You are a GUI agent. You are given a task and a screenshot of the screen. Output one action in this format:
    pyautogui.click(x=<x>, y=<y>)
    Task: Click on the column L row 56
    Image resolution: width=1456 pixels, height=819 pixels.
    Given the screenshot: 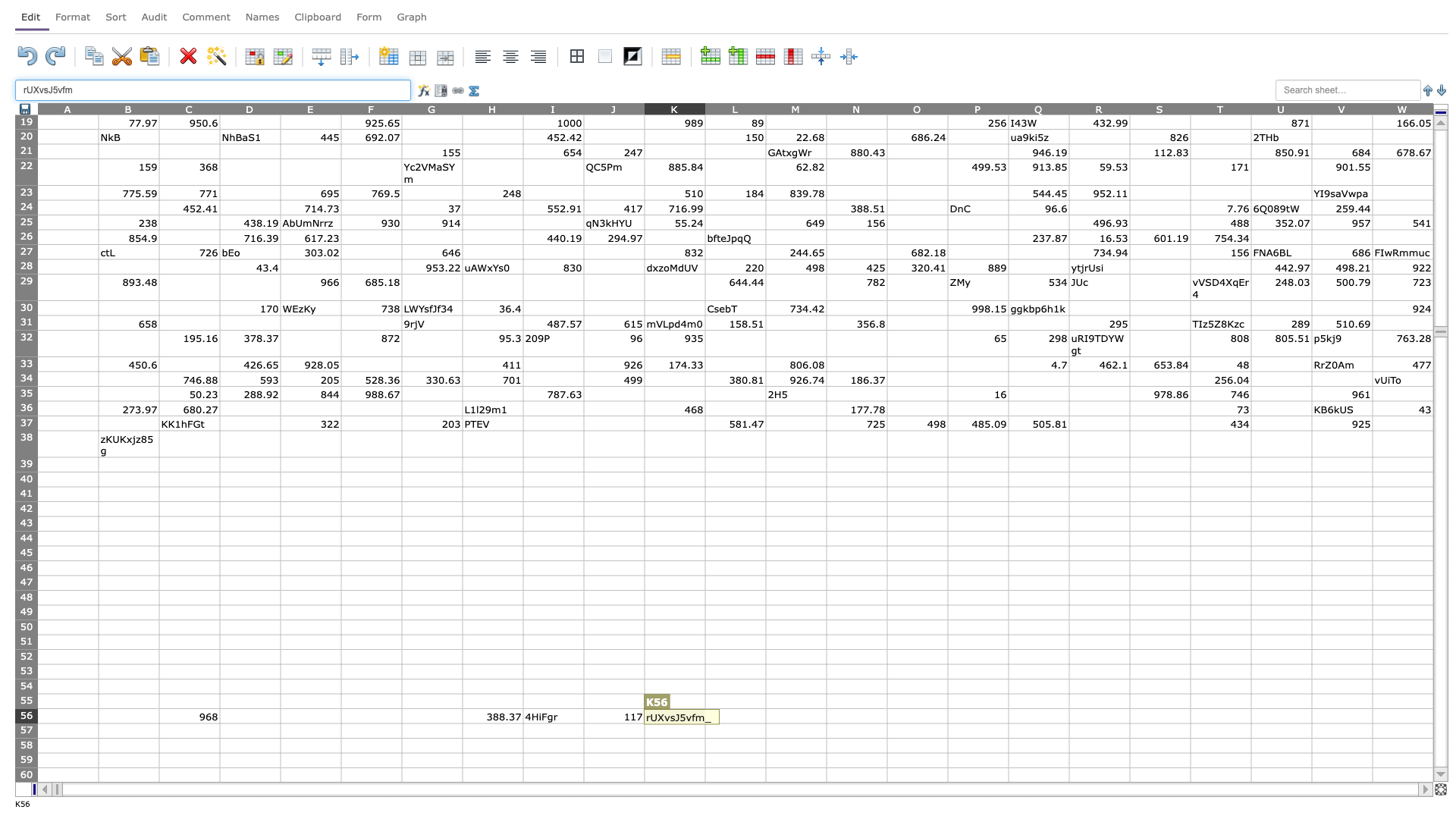 What is the action you would take?
    pyautogui.click(x=735, y=716)
    